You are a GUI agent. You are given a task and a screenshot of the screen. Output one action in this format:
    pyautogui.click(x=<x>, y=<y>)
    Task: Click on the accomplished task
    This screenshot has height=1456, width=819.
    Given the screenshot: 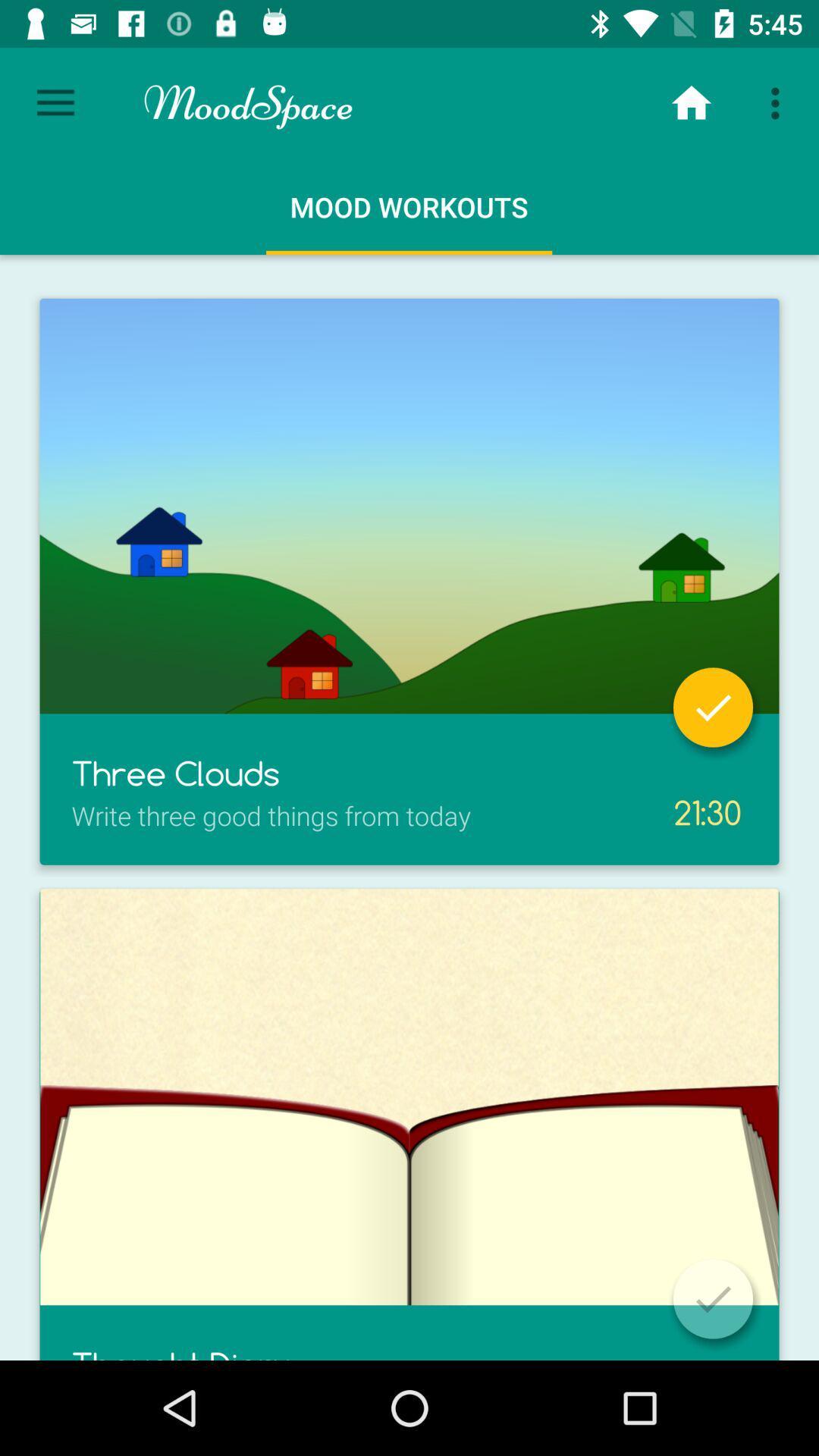 What is the action you would take?
    pyautogui.click(x=713, y=706)
    